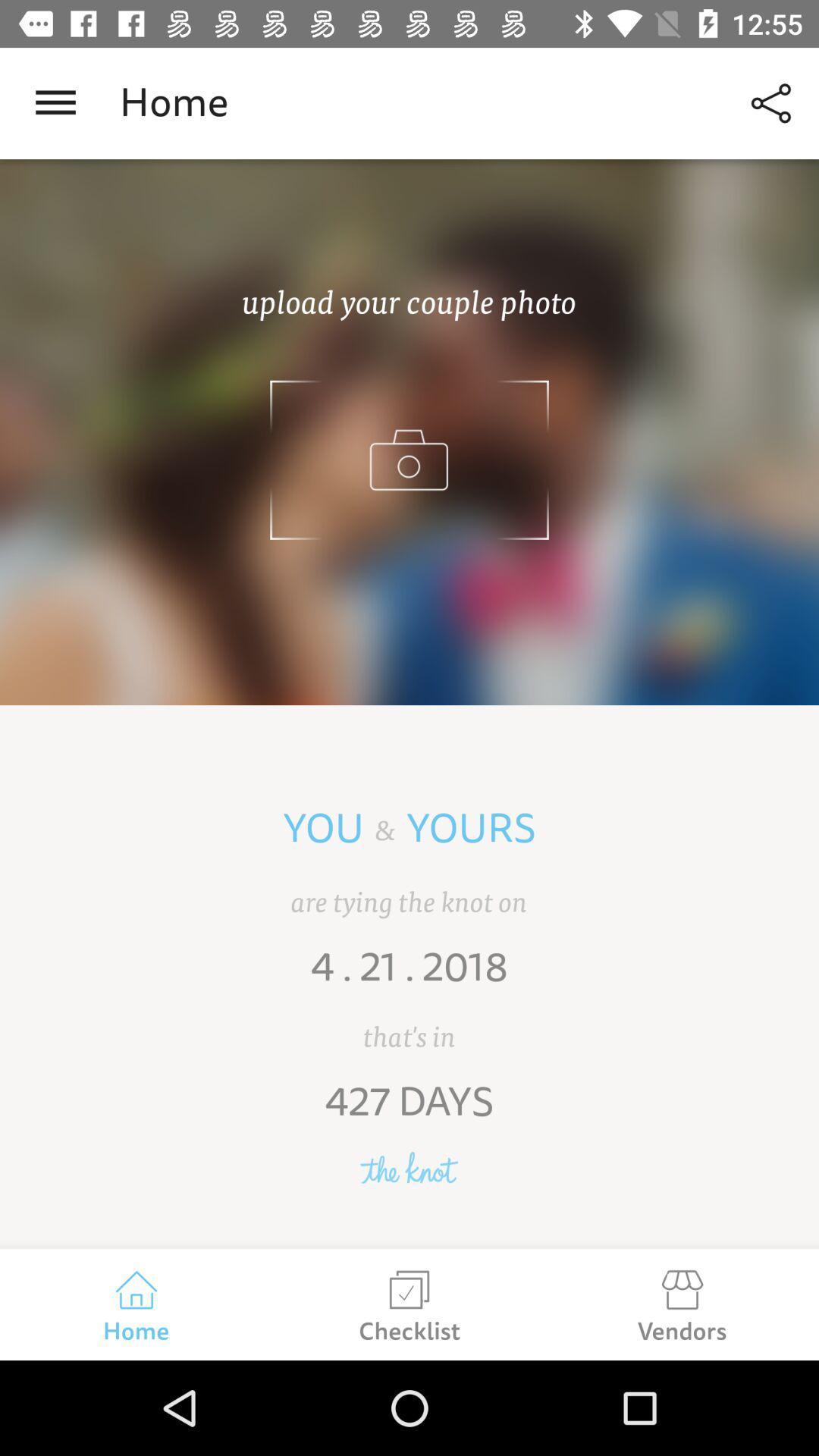  I want to click on item below that's in item, so click(409, 1112).